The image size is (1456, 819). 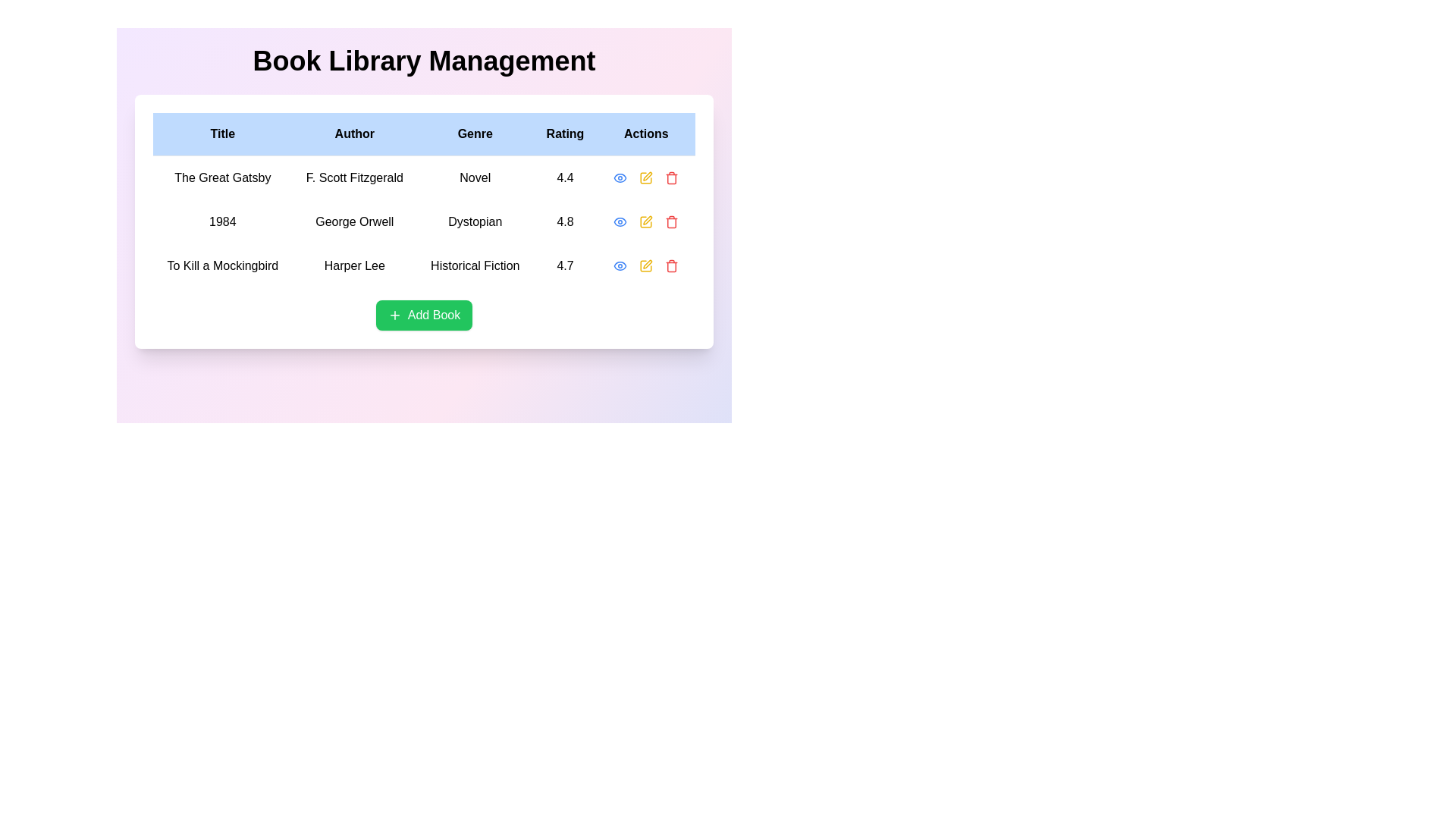 I want to click on the fourth header of the table that indicates book ratings, located between the 'Genre' and 'Actions' headers, so click(x=564, y=133).